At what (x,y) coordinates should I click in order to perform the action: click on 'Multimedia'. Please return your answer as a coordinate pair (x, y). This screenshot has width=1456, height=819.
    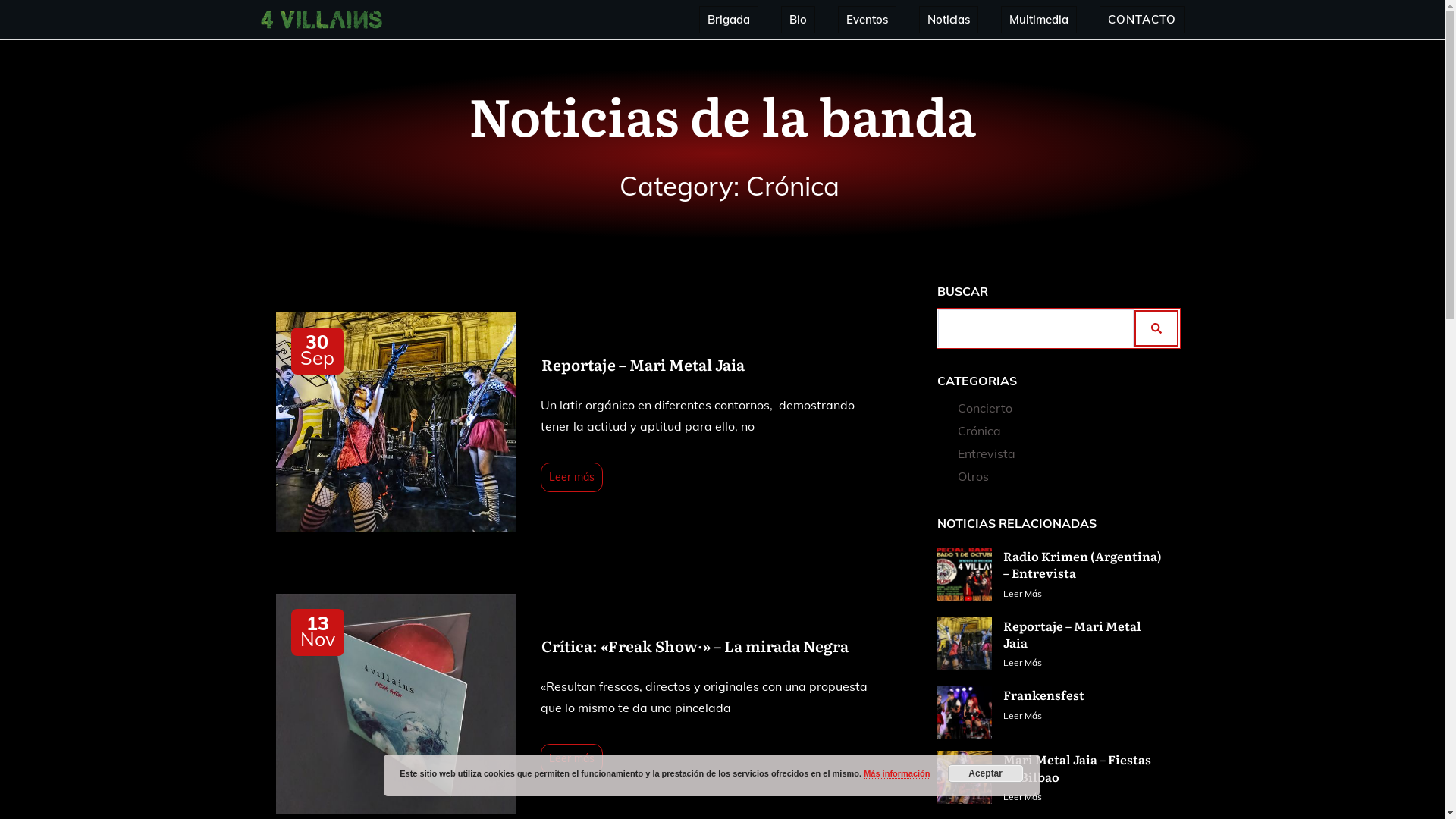
    Looking at the image, I should click on (1037, 20).